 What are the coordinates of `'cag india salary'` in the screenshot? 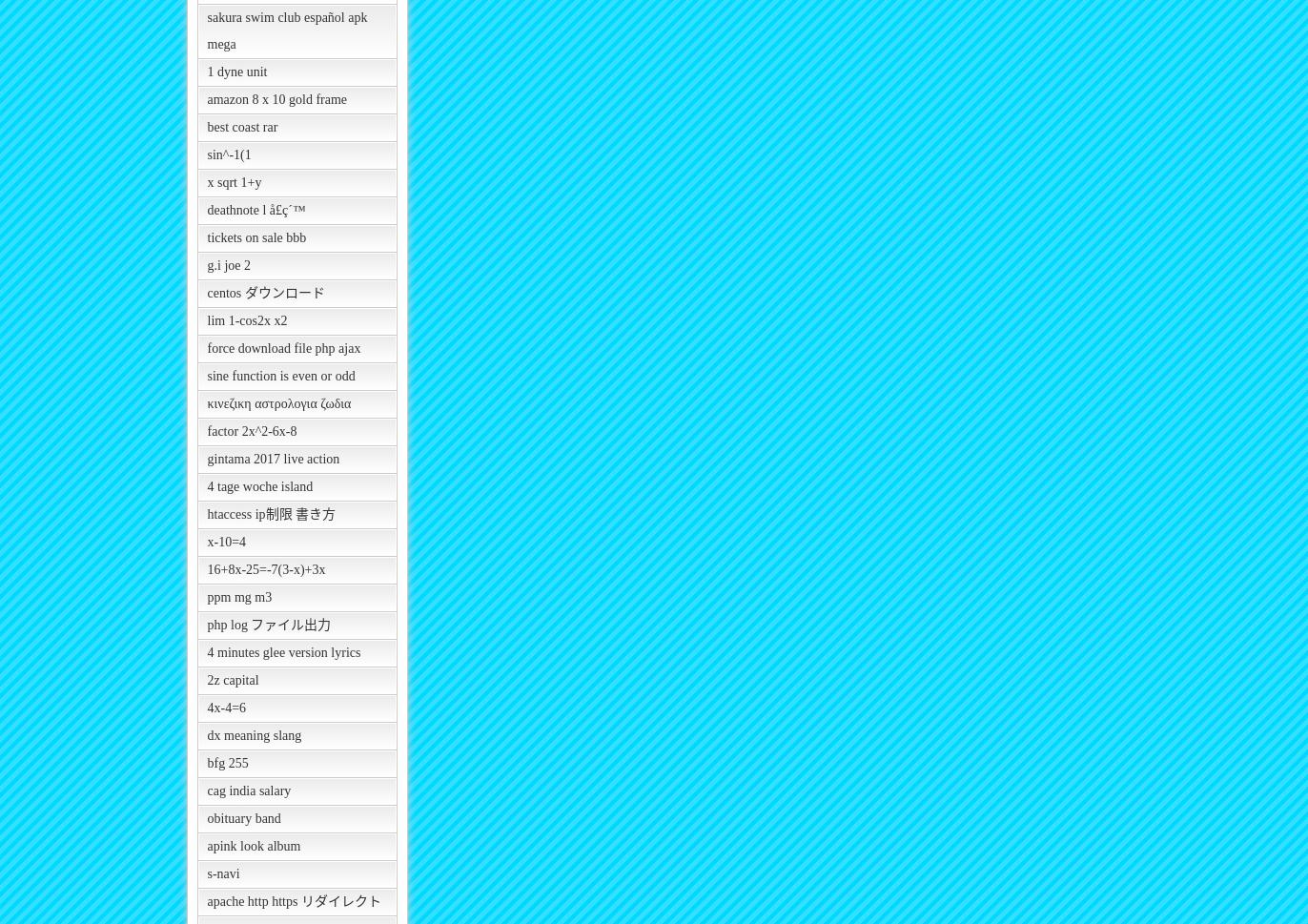 It's located at (248, 791).